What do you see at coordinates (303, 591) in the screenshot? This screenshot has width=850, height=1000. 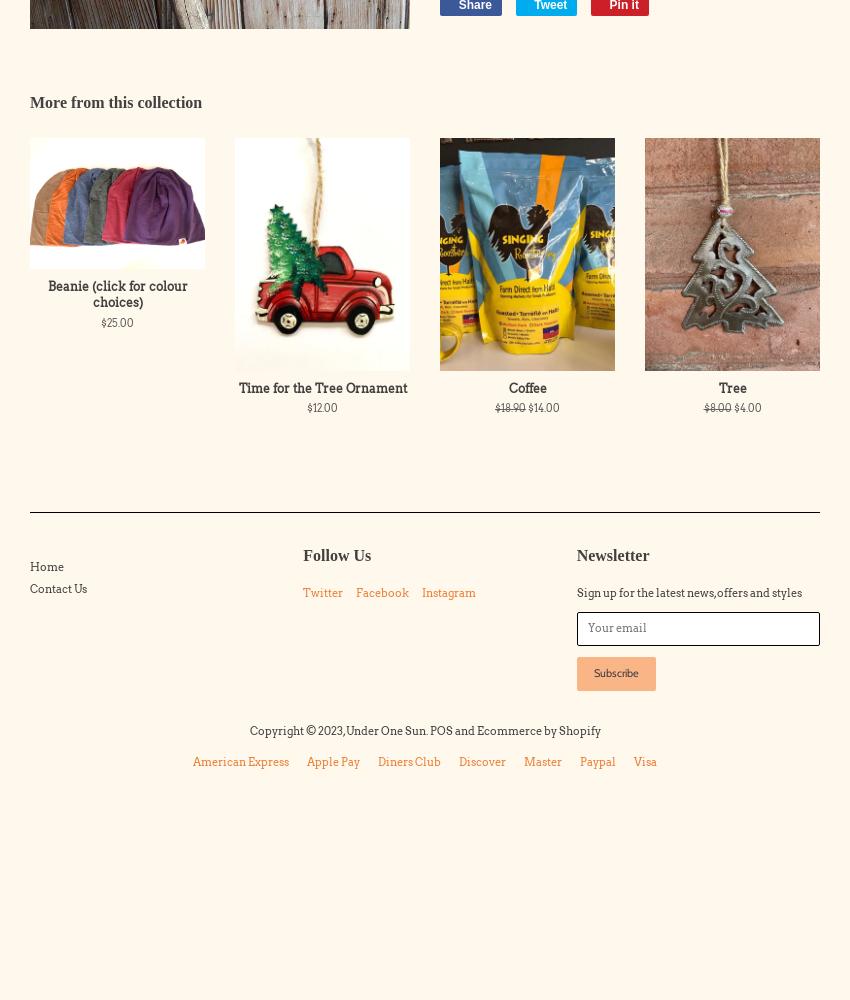 I see `'Twitter'` at bounding box center [303, 591].